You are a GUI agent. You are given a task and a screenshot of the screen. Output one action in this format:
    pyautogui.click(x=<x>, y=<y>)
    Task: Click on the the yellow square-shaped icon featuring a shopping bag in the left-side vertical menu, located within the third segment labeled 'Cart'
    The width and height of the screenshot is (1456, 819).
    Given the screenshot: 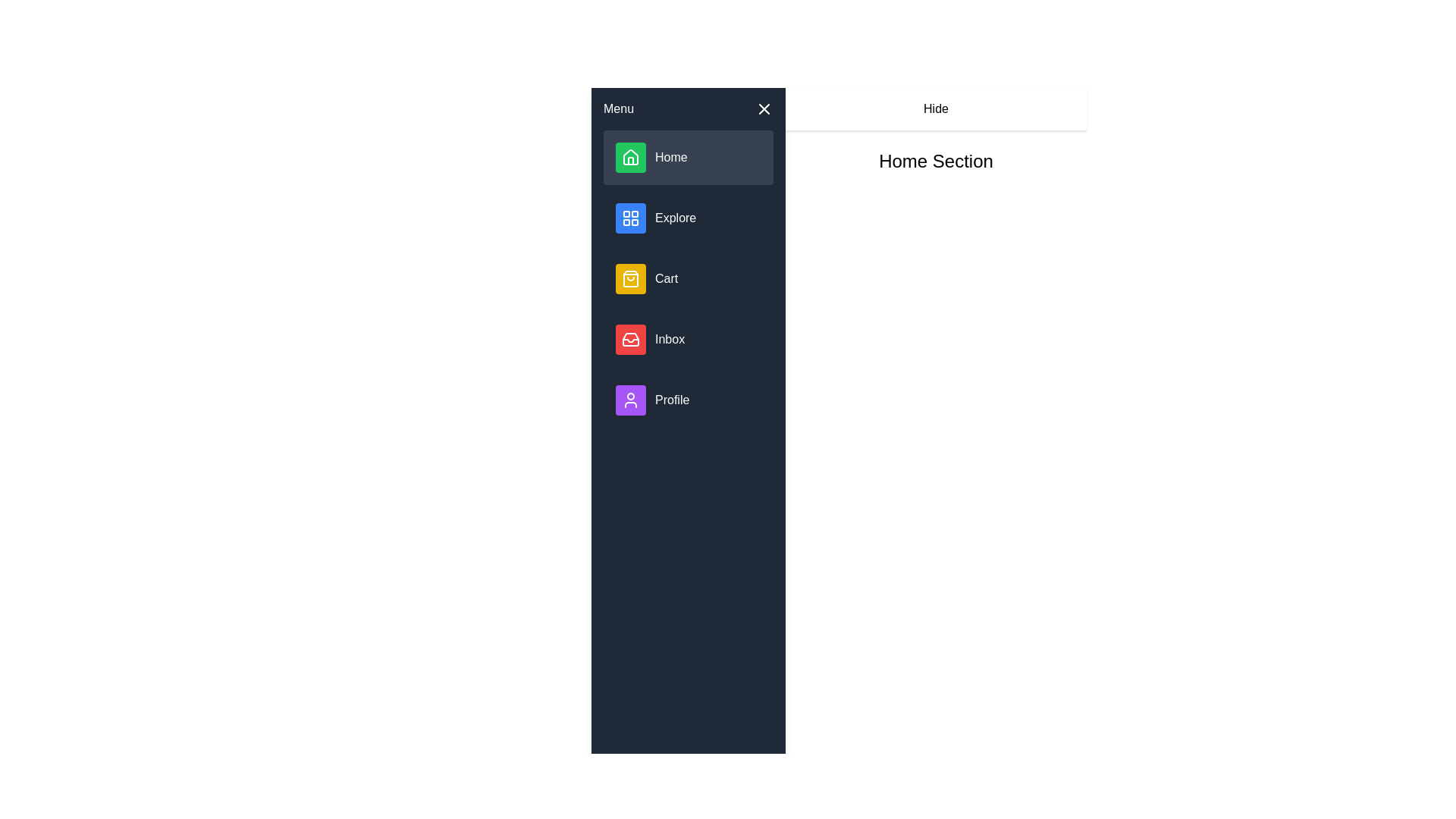 What is the action you would take?
    pyautogui.click(x=630, y=278)
    